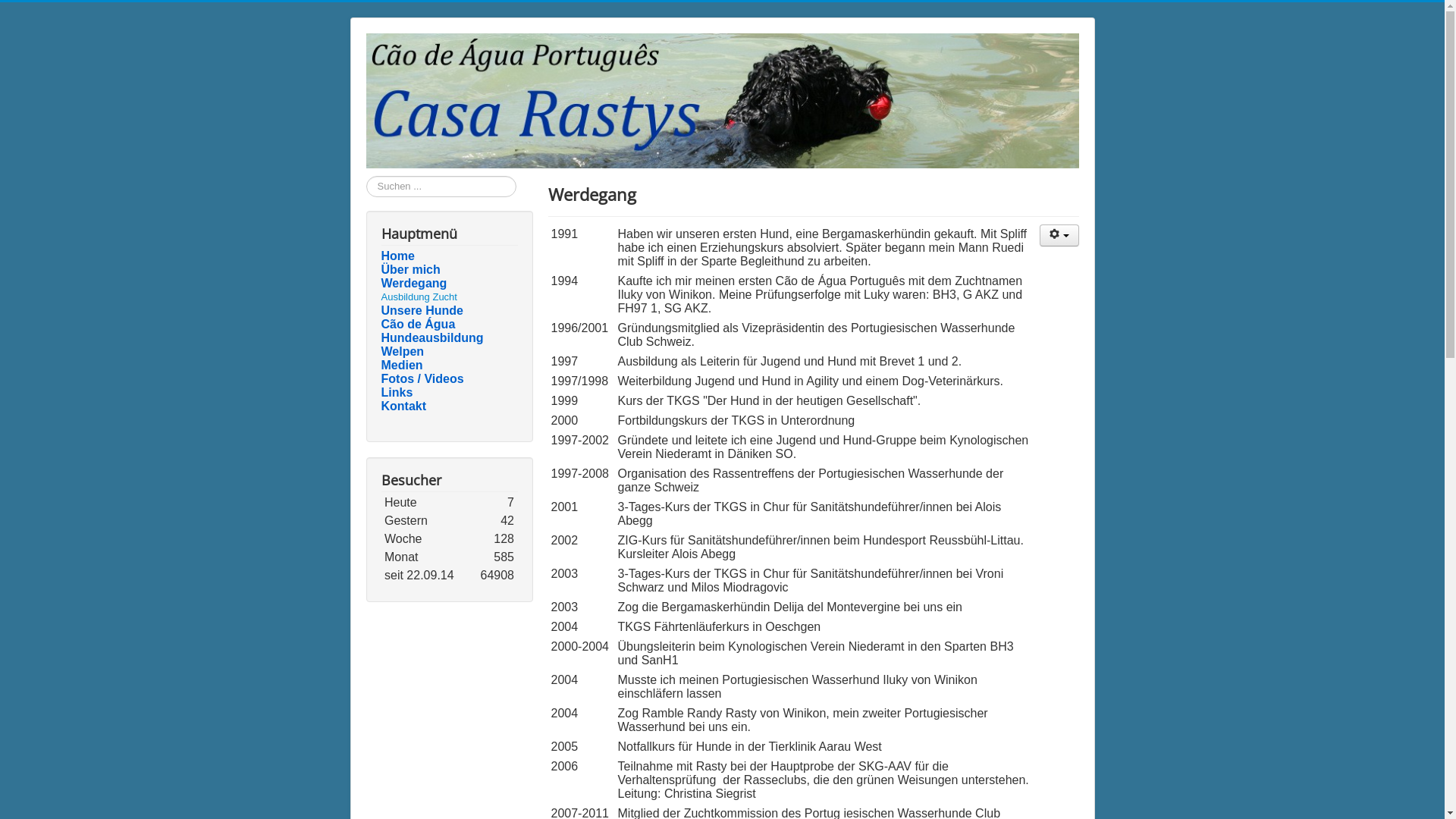  Describe the element at coordinates (447, 351) in the screenshot. I see `'Welpen'` at that location.